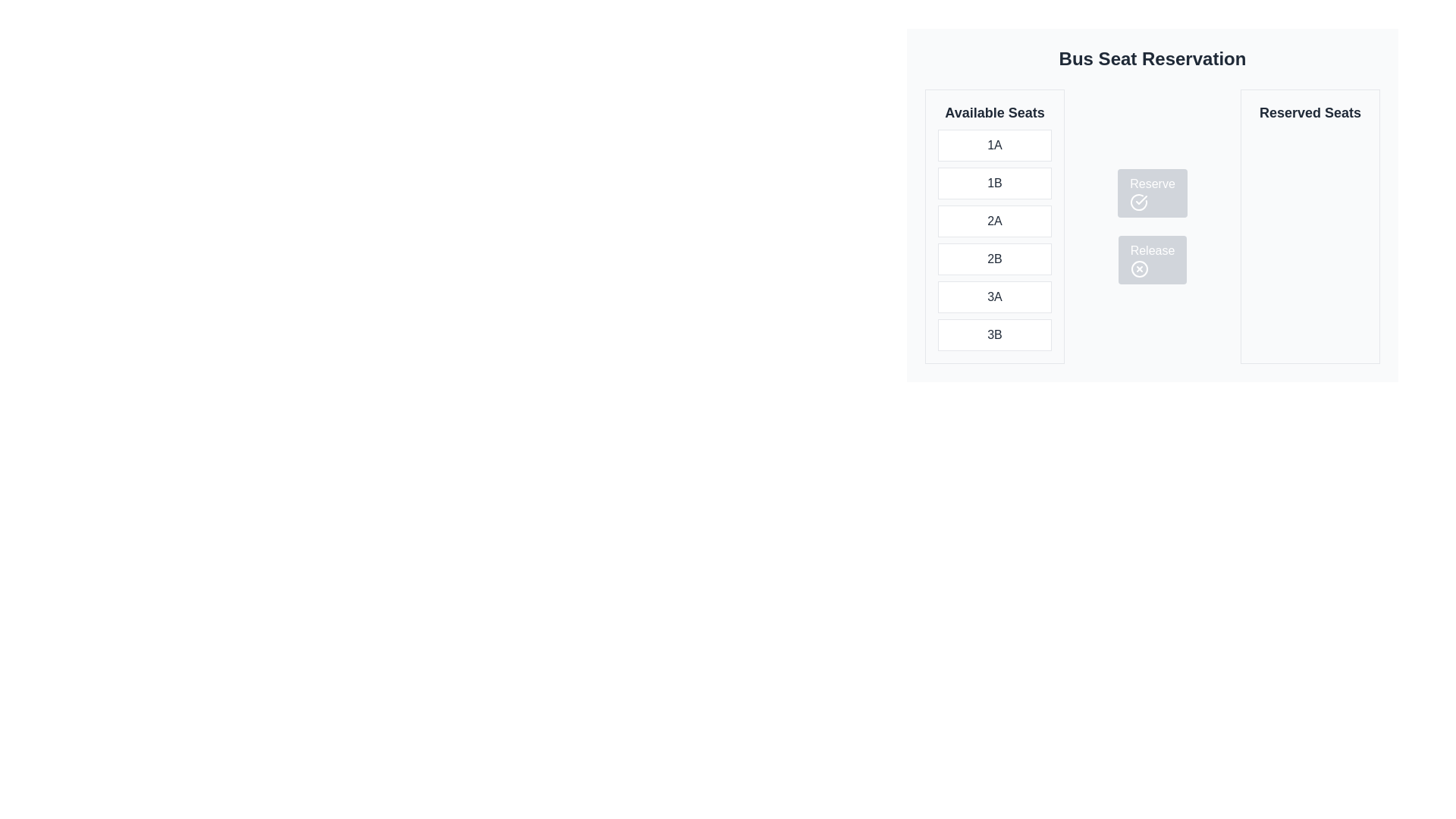  I want to click on the first button in the 'Reserve Release' panel that initiates the reservation process, so click(1153, 192).